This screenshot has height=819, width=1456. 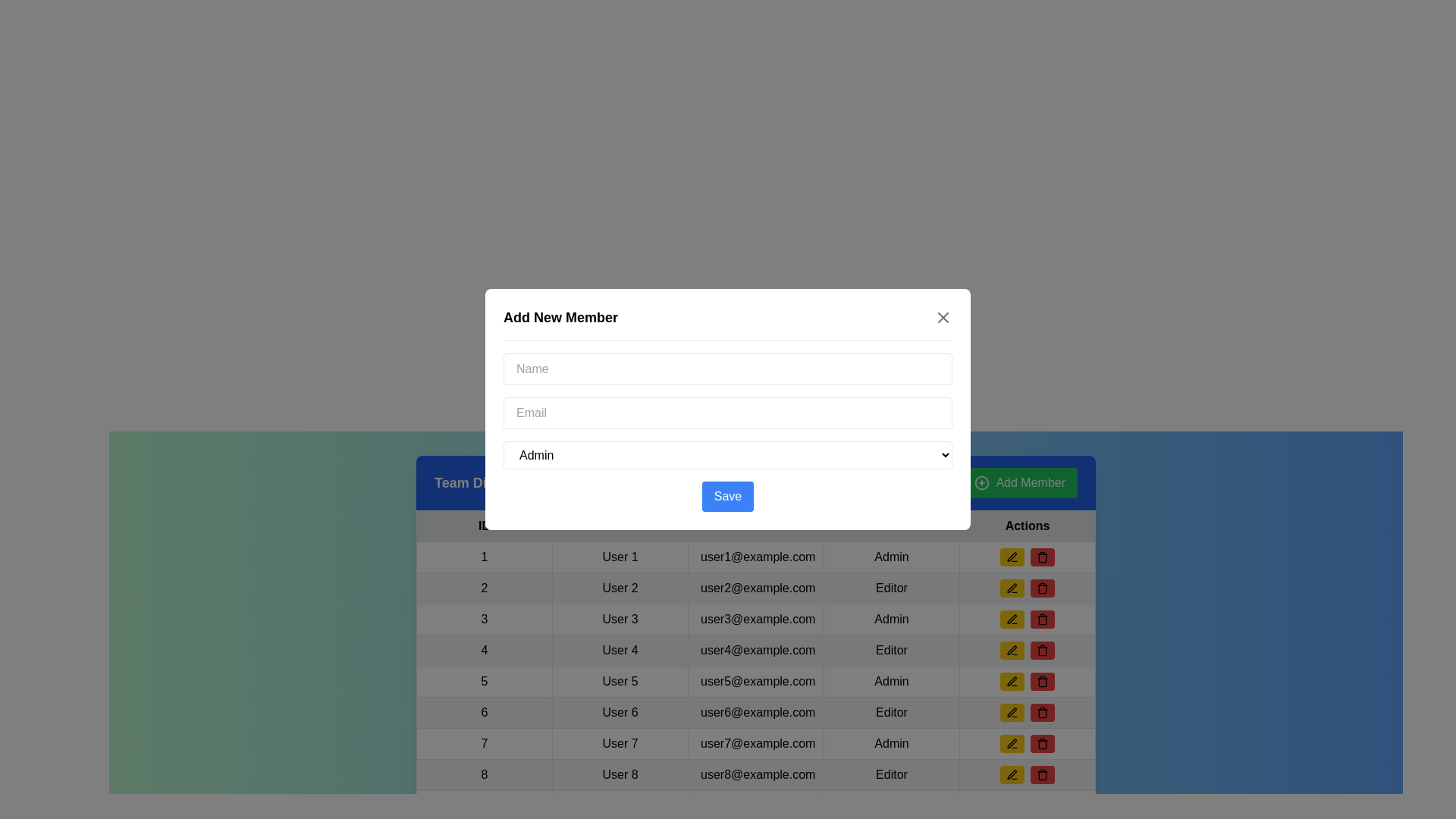 I want to click on the central lower body of the trash can icon, which is a rectangular area with rounded edges in the Actions column of the table, so click(x=1041, y=775).